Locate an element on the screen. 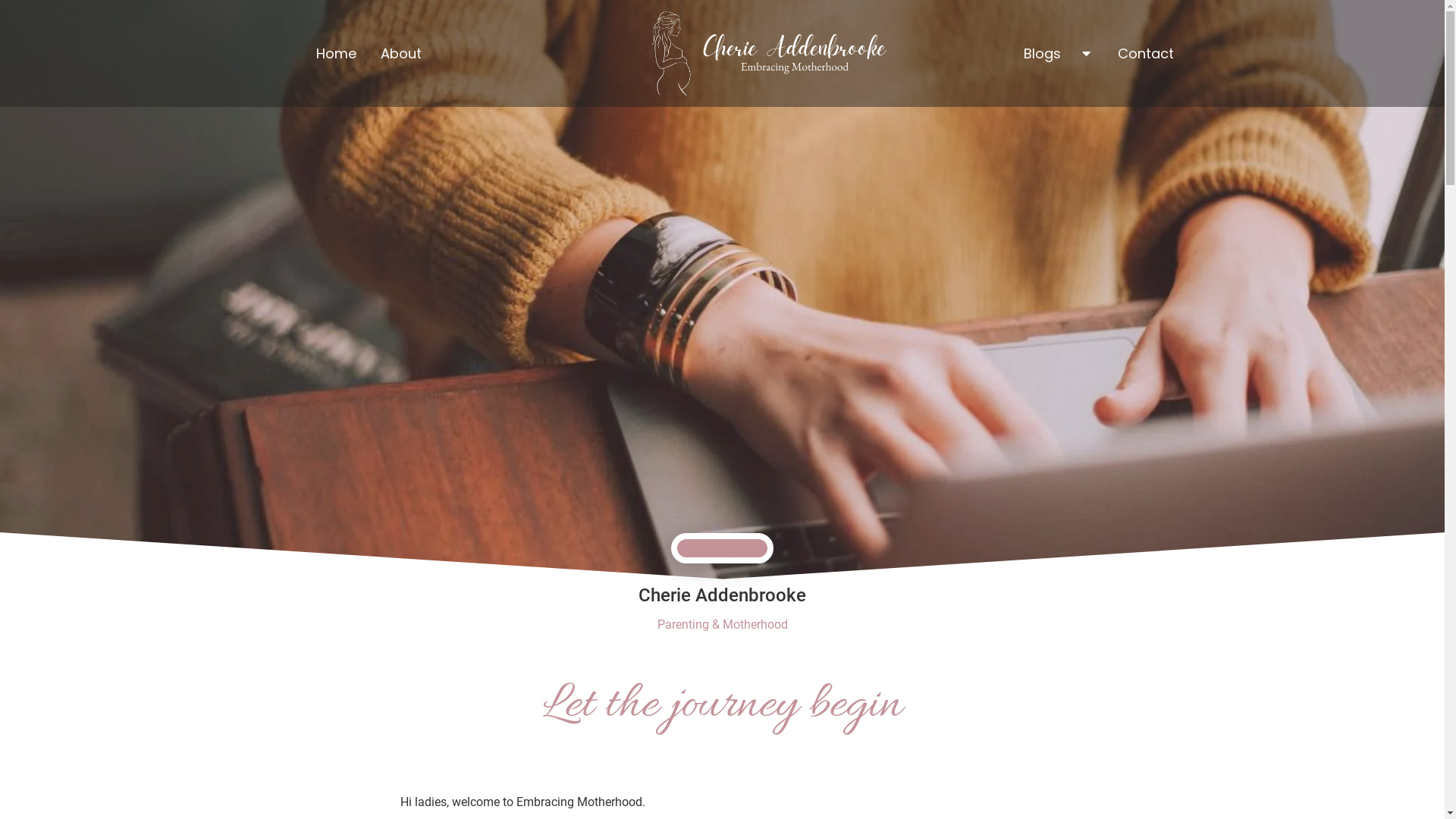  'Blogs' is located at coordinates (1041, 52).